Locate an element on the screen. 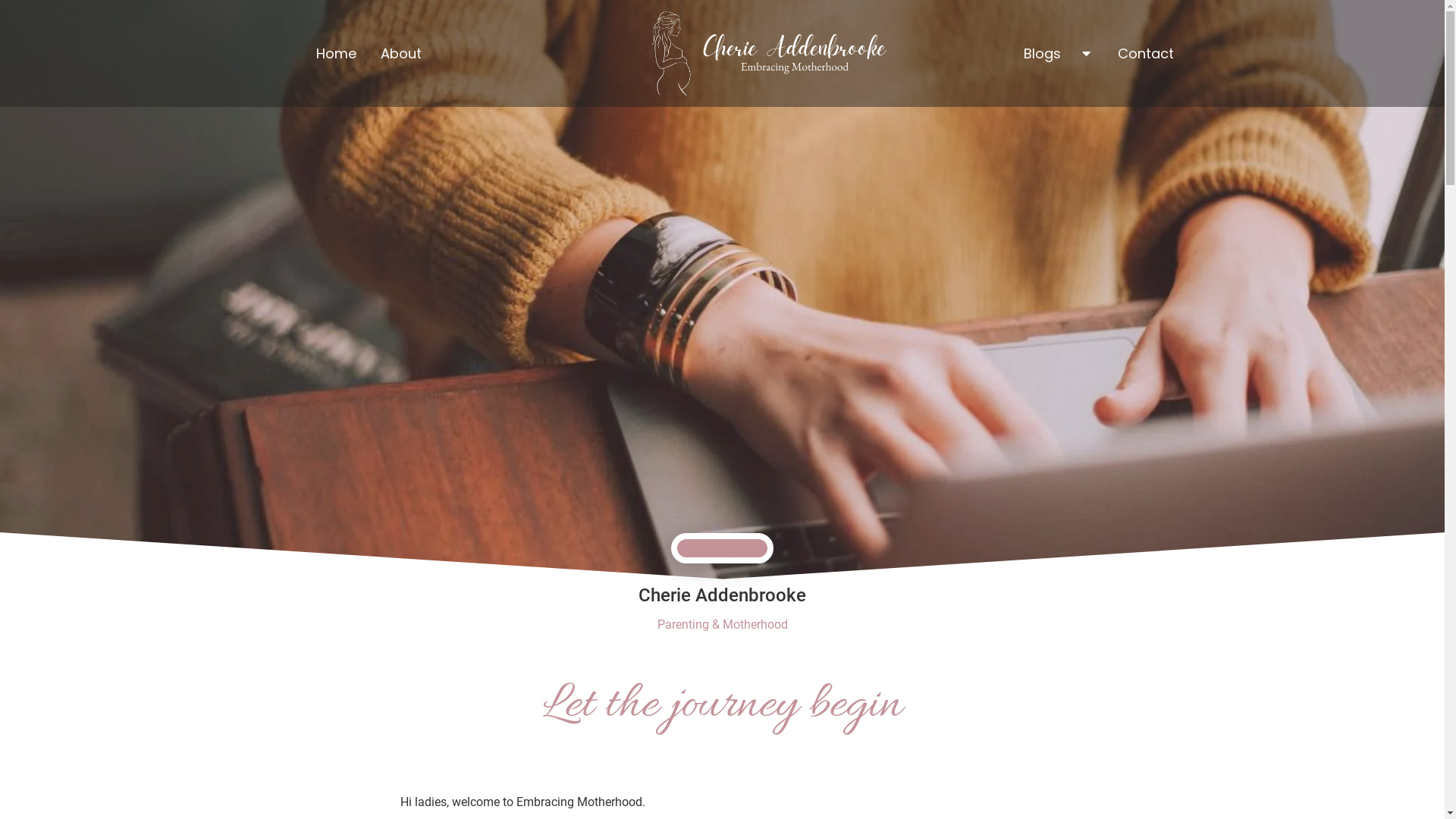  'Blogs' is located at coordinates (1041, 52).